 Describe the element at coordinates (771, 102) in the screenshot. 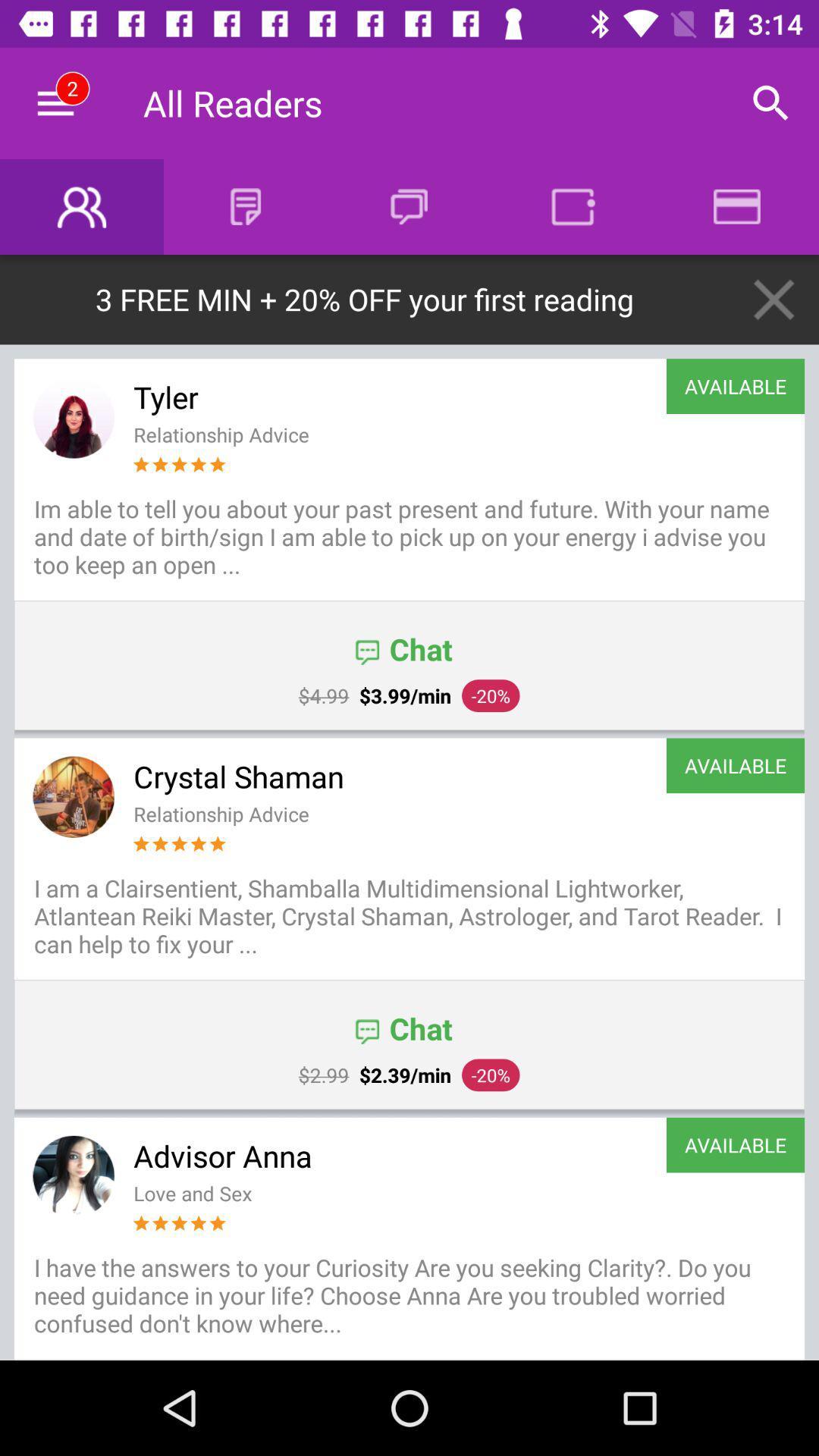

I see `the icon next to the all readers item` at that location.